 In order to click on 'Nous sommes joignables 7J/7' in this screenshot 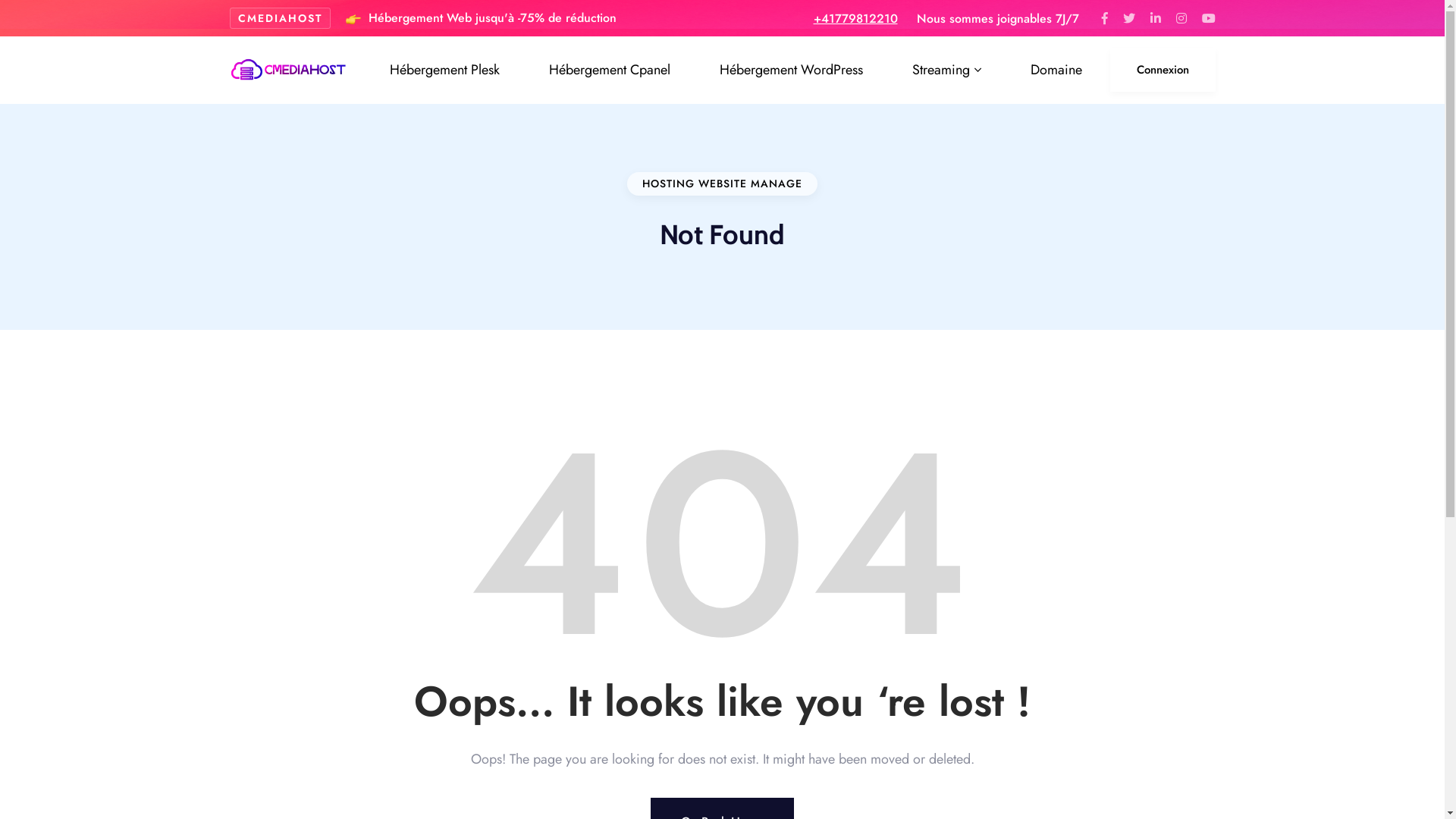, I will do `click(915, 17)`.